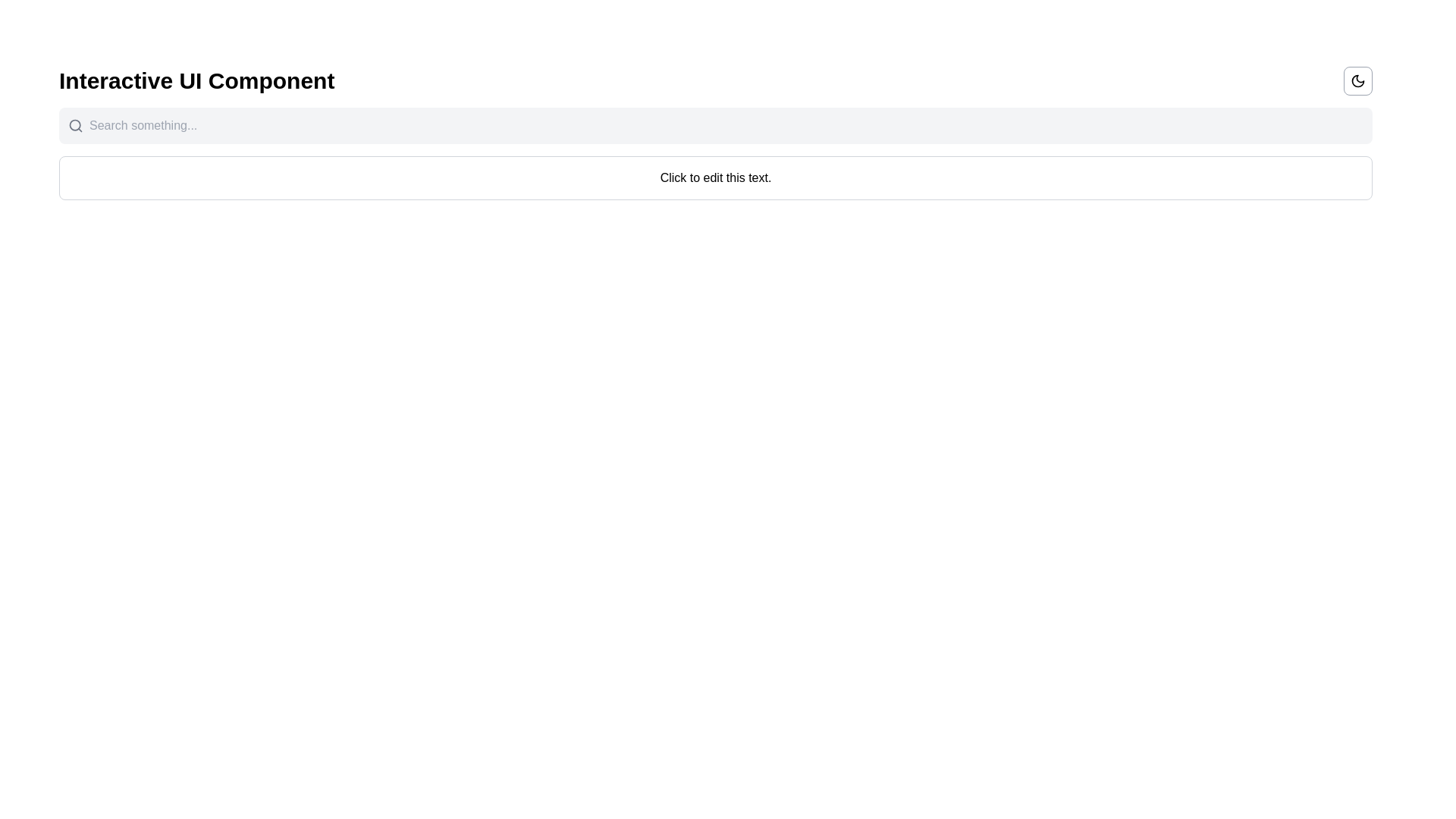 This screenshot has width=1456, height=819. What do you see at coordinates (1357, 81) in the screenshot?
I see `the circular crescent moon icon located at the top-right corner of the interface` at bounding box center [1357, 81].